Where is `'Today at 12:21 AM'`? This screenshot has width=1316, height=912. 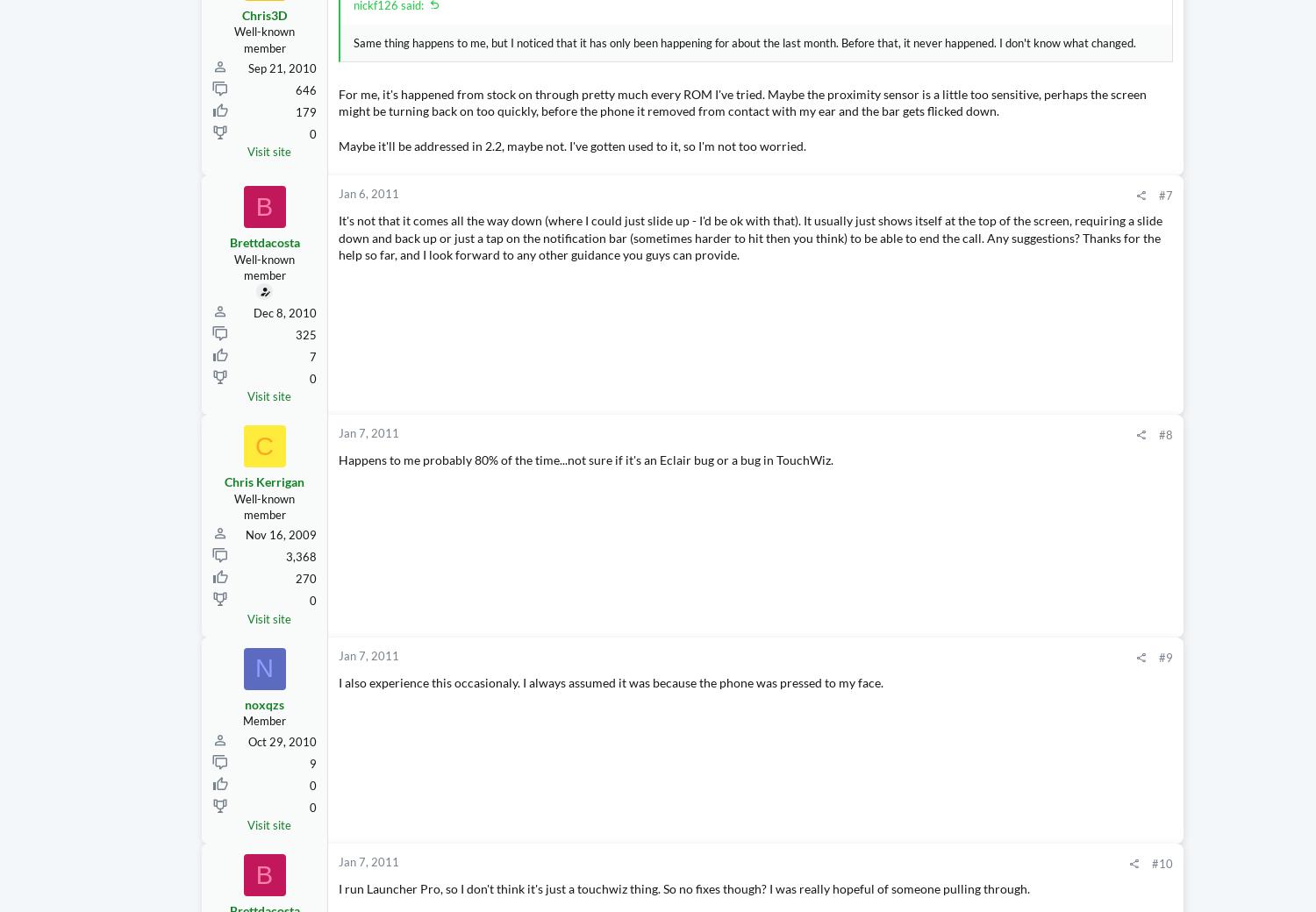 'Today at 12:21 AM' is located at coordinates (1227, 20).